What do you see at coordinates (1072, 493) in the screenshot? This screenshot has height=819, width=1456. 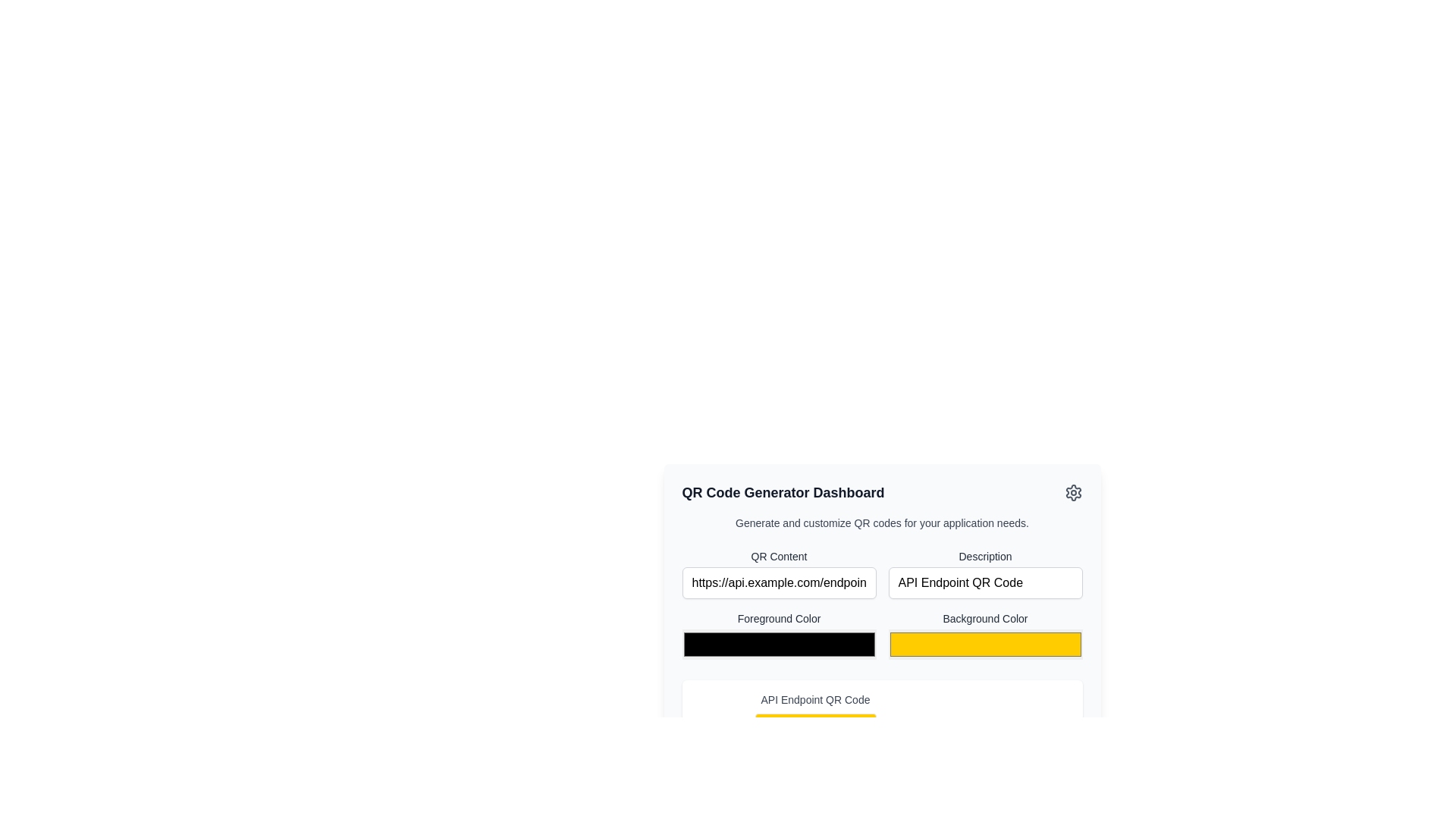 I see `the cogwheel icon in the top-right corner of the 'QR Code Generator Dashboard' title bar` at bounding box center [1072, 493].